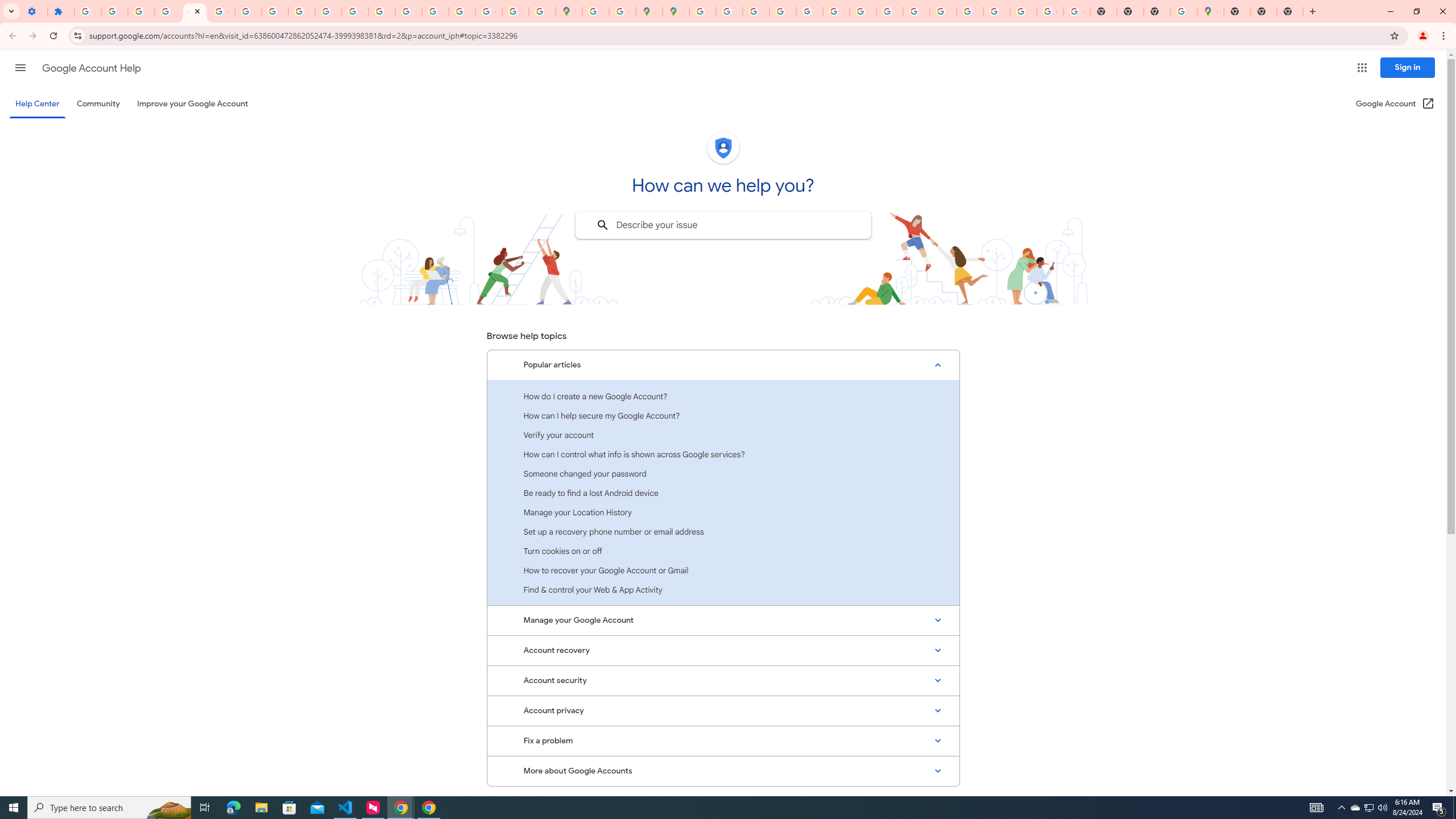  Describe the element at coordinates (328, 11) in the screenshot. I see `'https://scholar.google.com/'` at that location.